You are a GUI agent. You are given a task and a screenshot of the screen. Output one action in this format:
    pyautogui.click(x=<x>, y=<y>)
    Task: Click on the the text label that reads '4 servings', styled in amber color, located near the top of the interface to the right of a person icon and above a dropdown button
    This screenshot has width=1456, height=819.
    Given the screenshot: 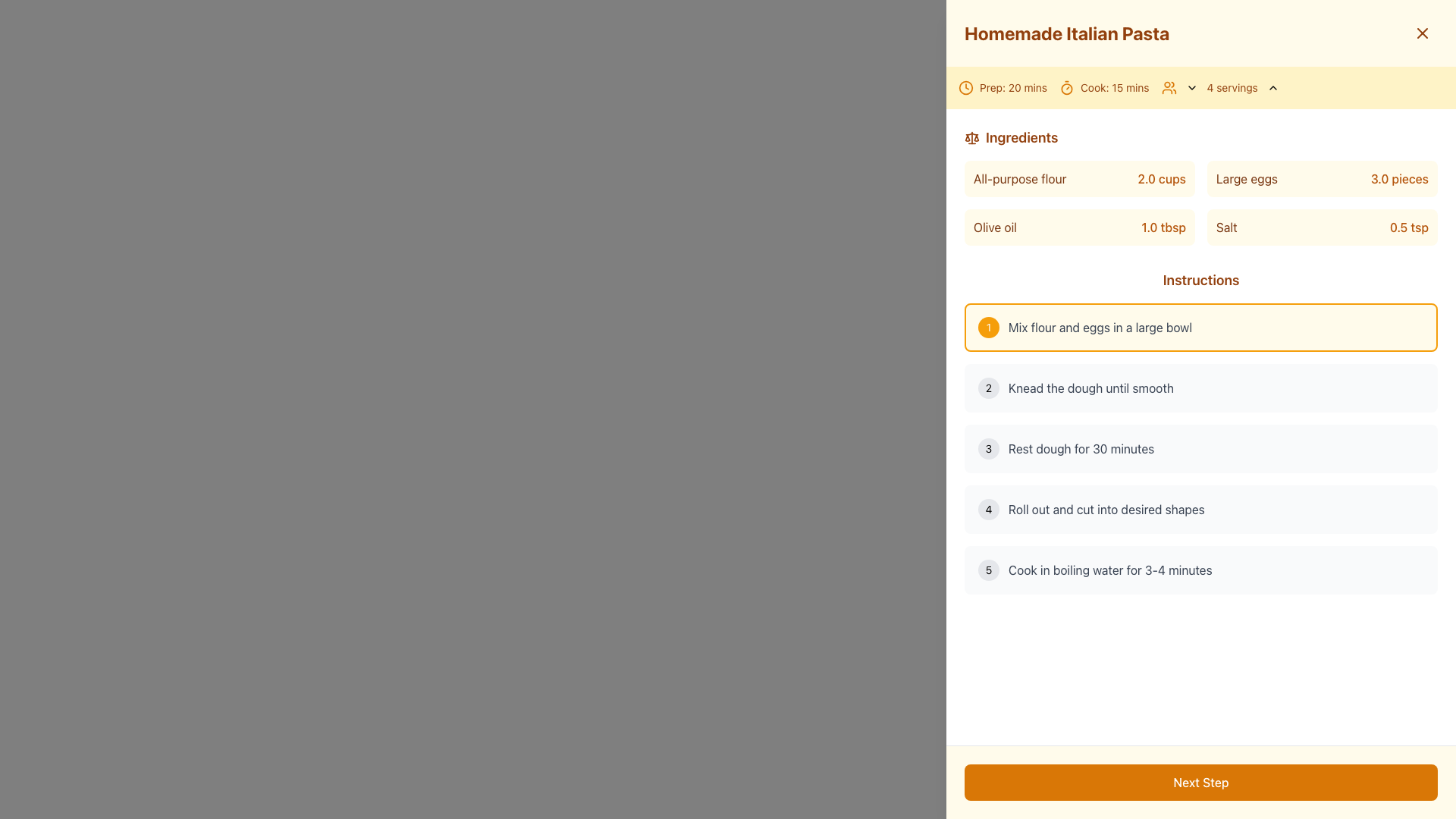 What is the action you would take?
    pyautogui.click(x=1232, y=87)
    